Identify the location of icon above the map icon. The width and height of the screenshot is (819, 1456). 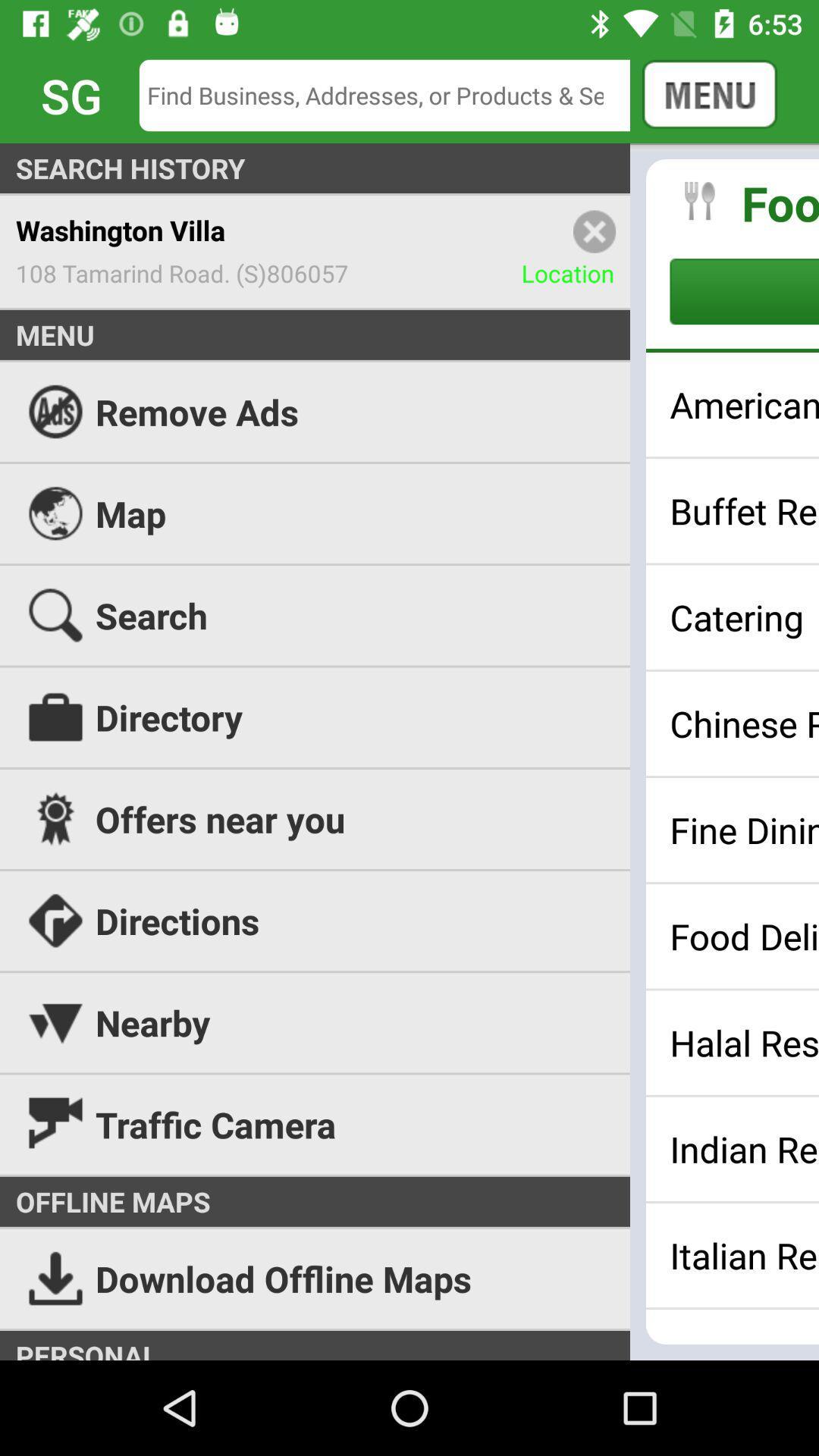
(409, 412).